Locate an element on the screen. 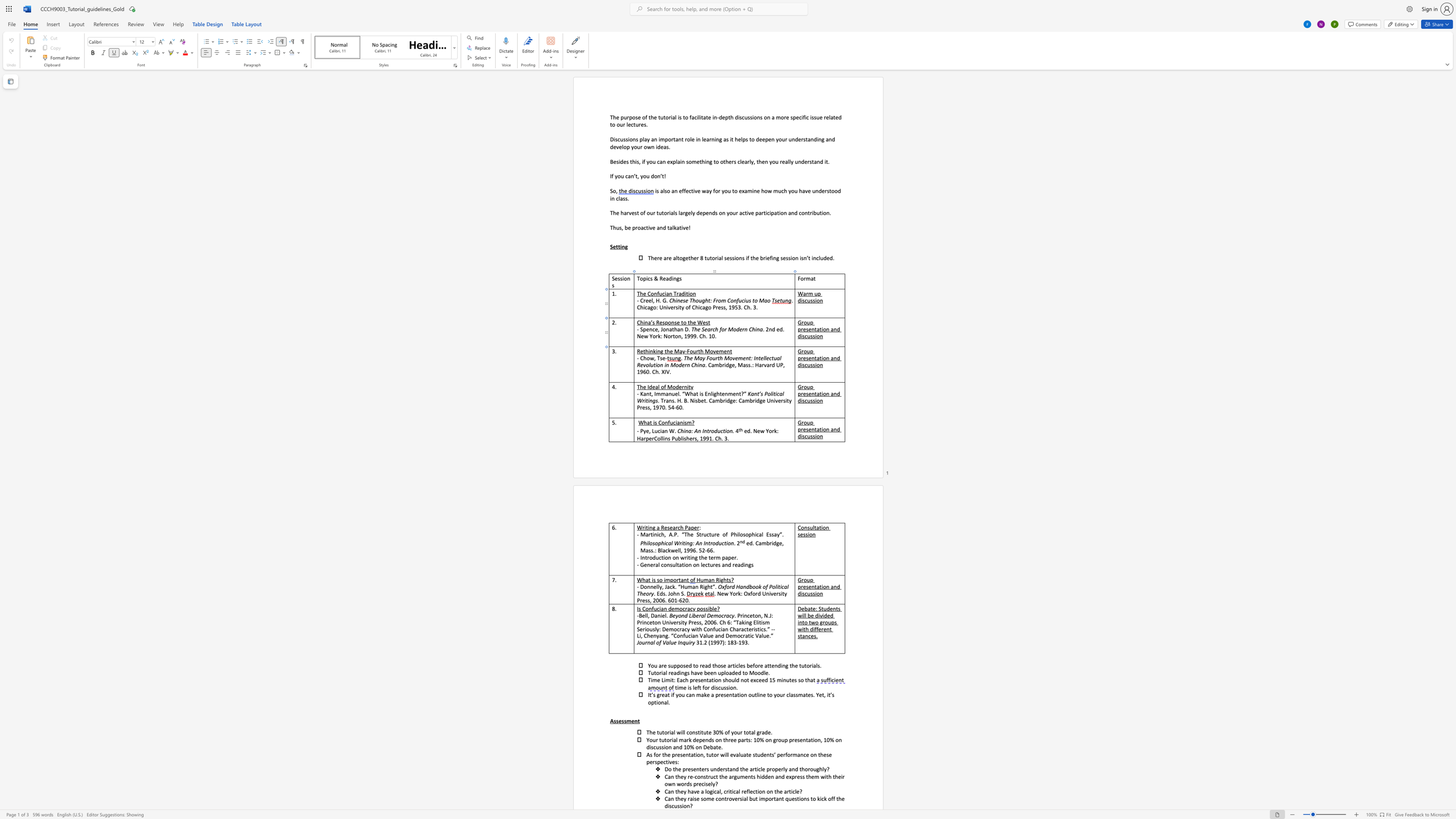 Image resolution: width=1456 pixels, height=819 pixels. the 3th character "e" in the text is located at coordinates (741, 329).